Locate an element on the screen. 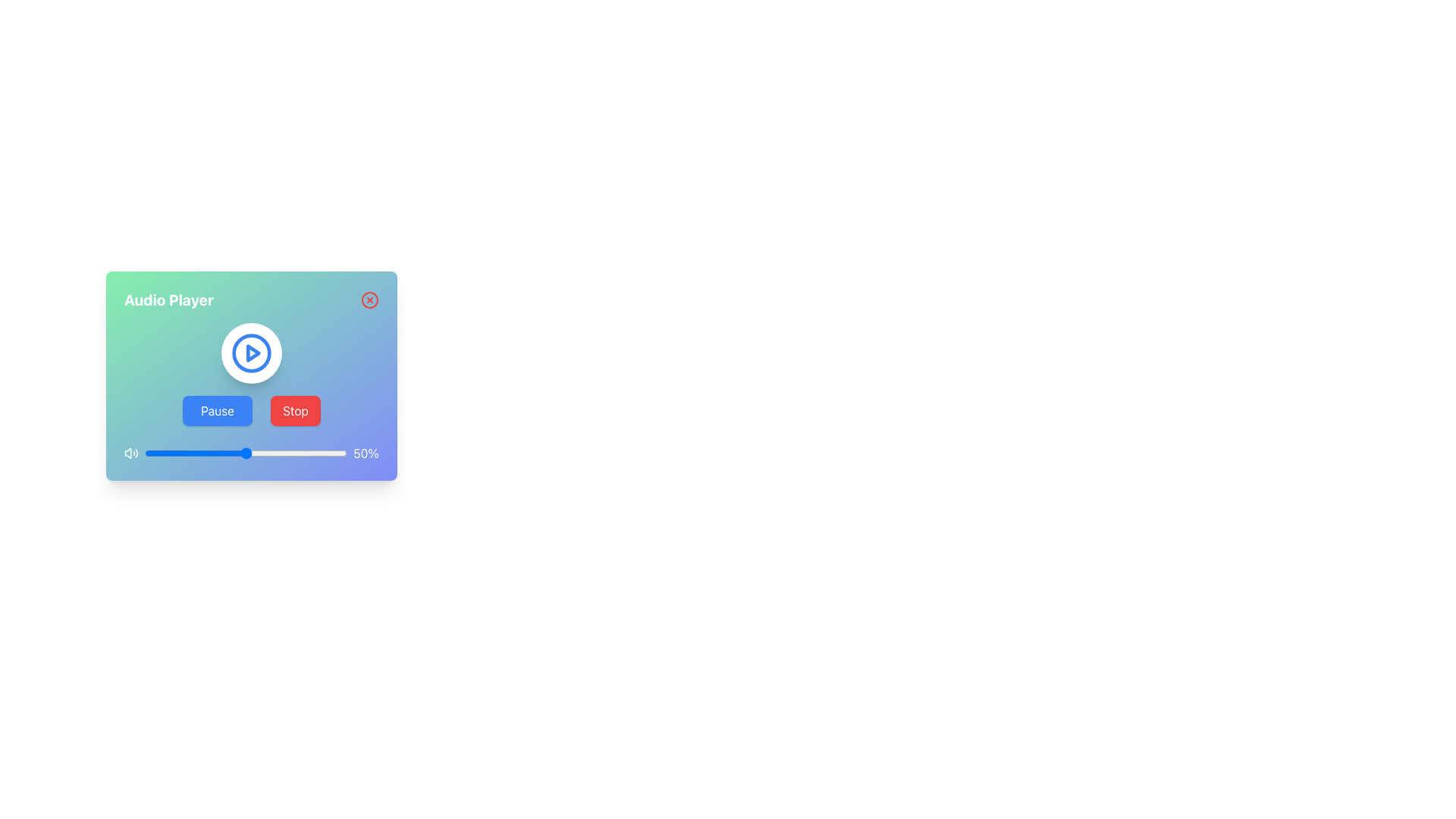 The height and width of the screenshot is (819, 1456). the slider is located at coordinates (308, 452).